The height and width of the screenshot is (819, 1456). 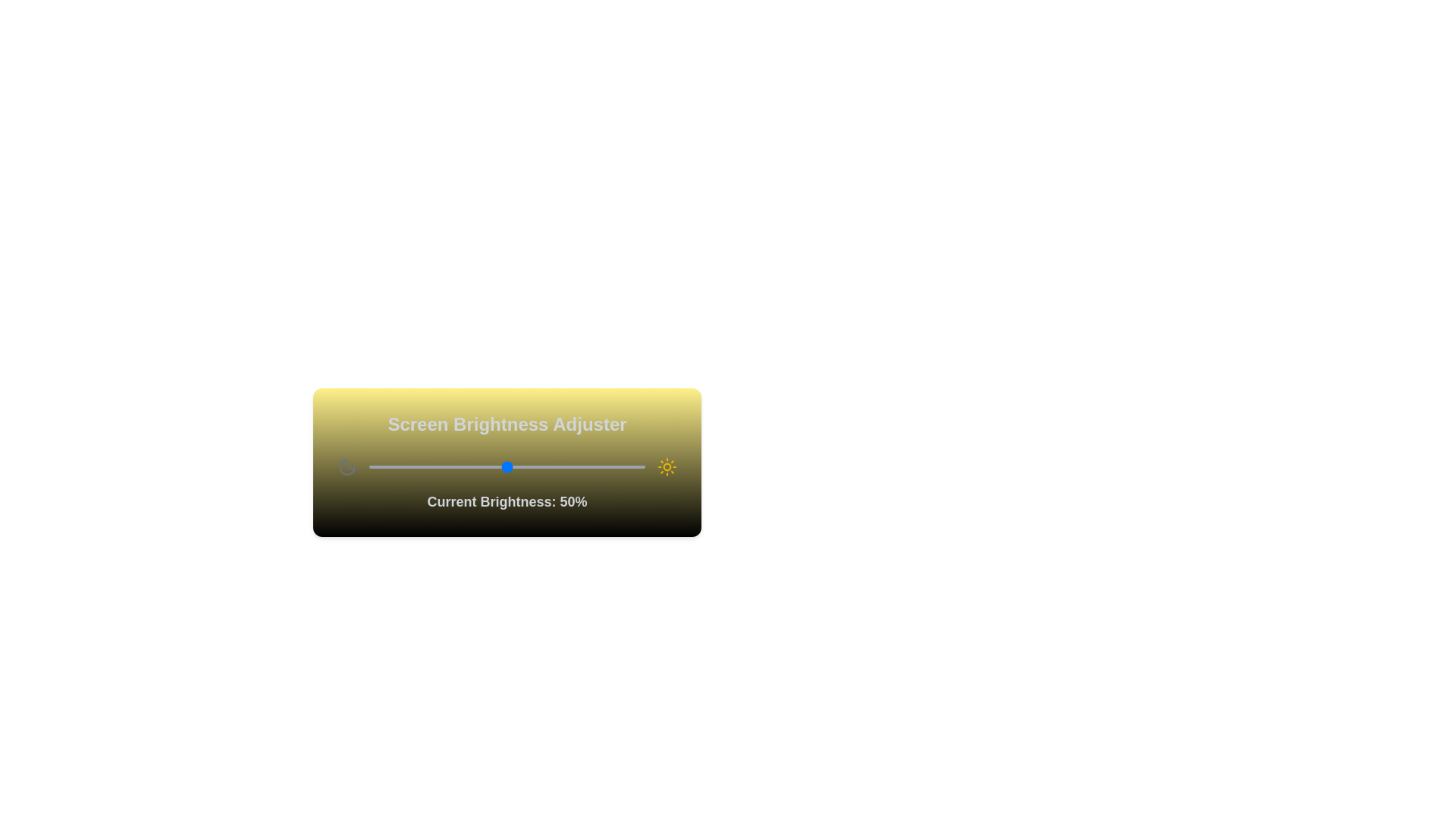 What do you see at coordinates (667, 466) in the screenshot?
I see `the 'Sun' icon to adjust brightness to maximum` at bounding box center [667, 466].